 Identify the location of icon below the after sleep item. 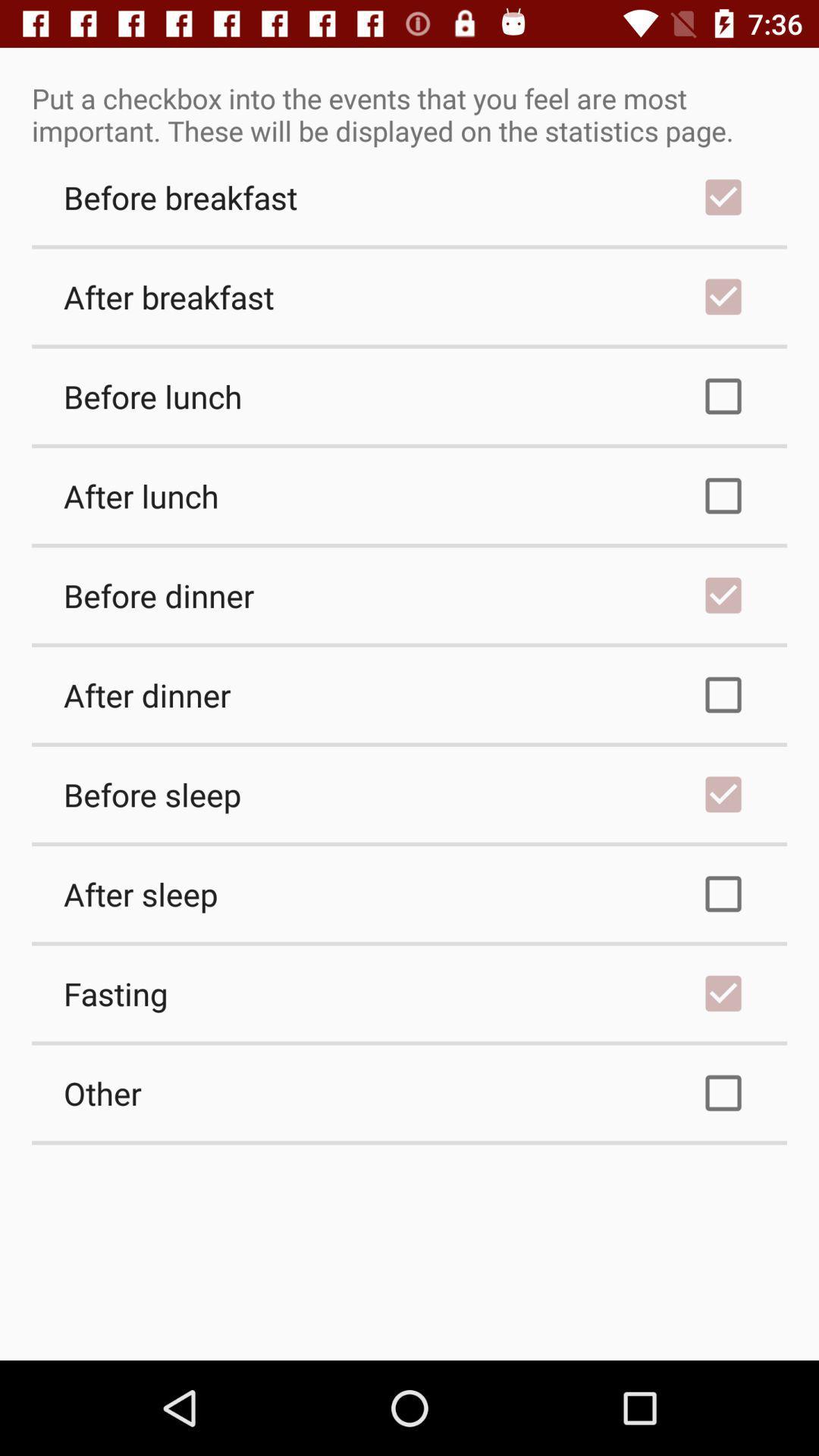
(409, 993).